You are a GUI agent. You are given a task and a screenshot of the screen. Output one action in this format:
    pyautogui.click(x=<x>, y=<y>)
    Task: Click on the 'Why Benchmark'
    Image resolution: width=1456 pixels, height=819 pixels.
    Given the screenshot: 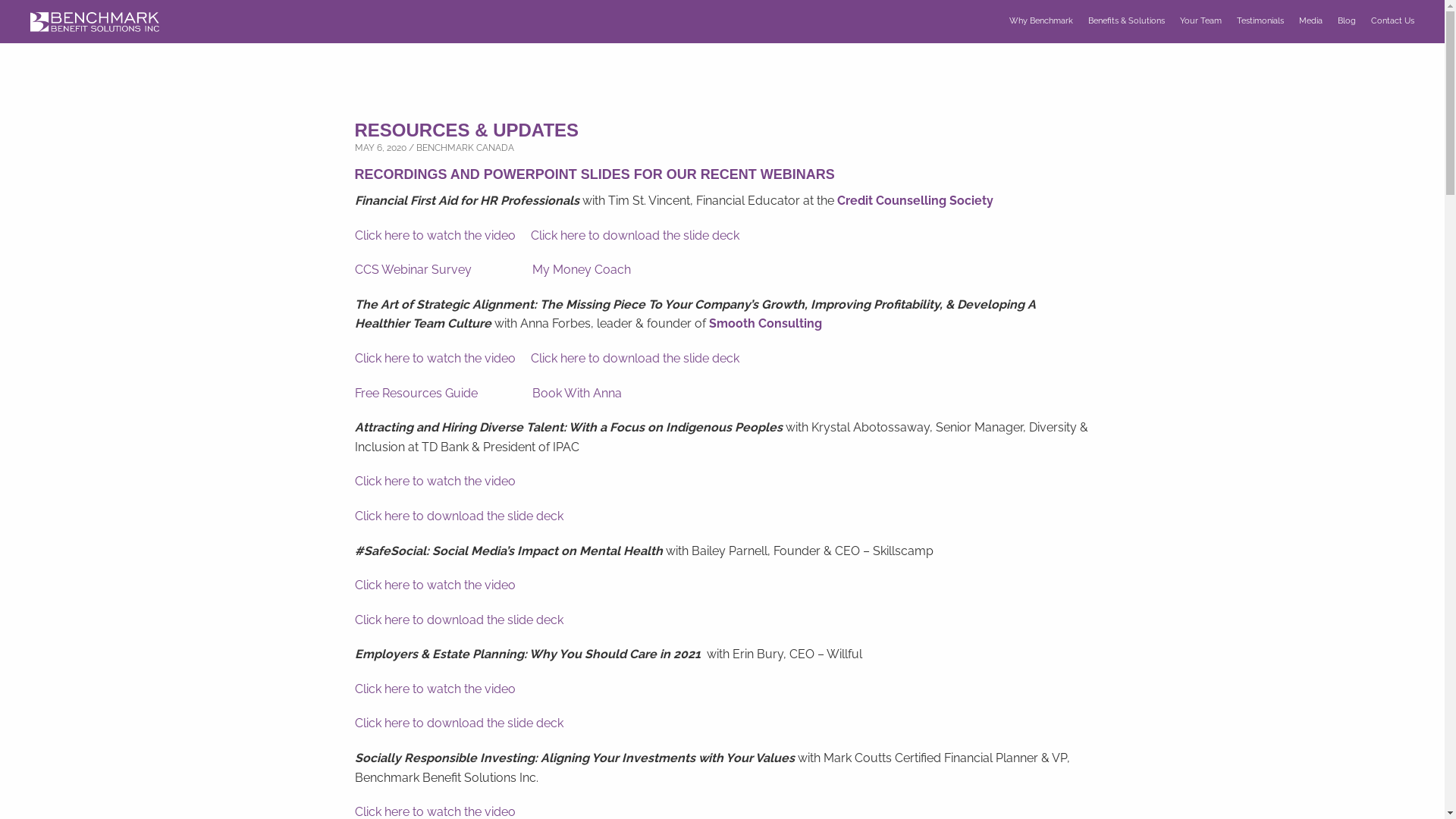 What is the action you would take?
    pyautogui.click(x=1040, y=20)
    